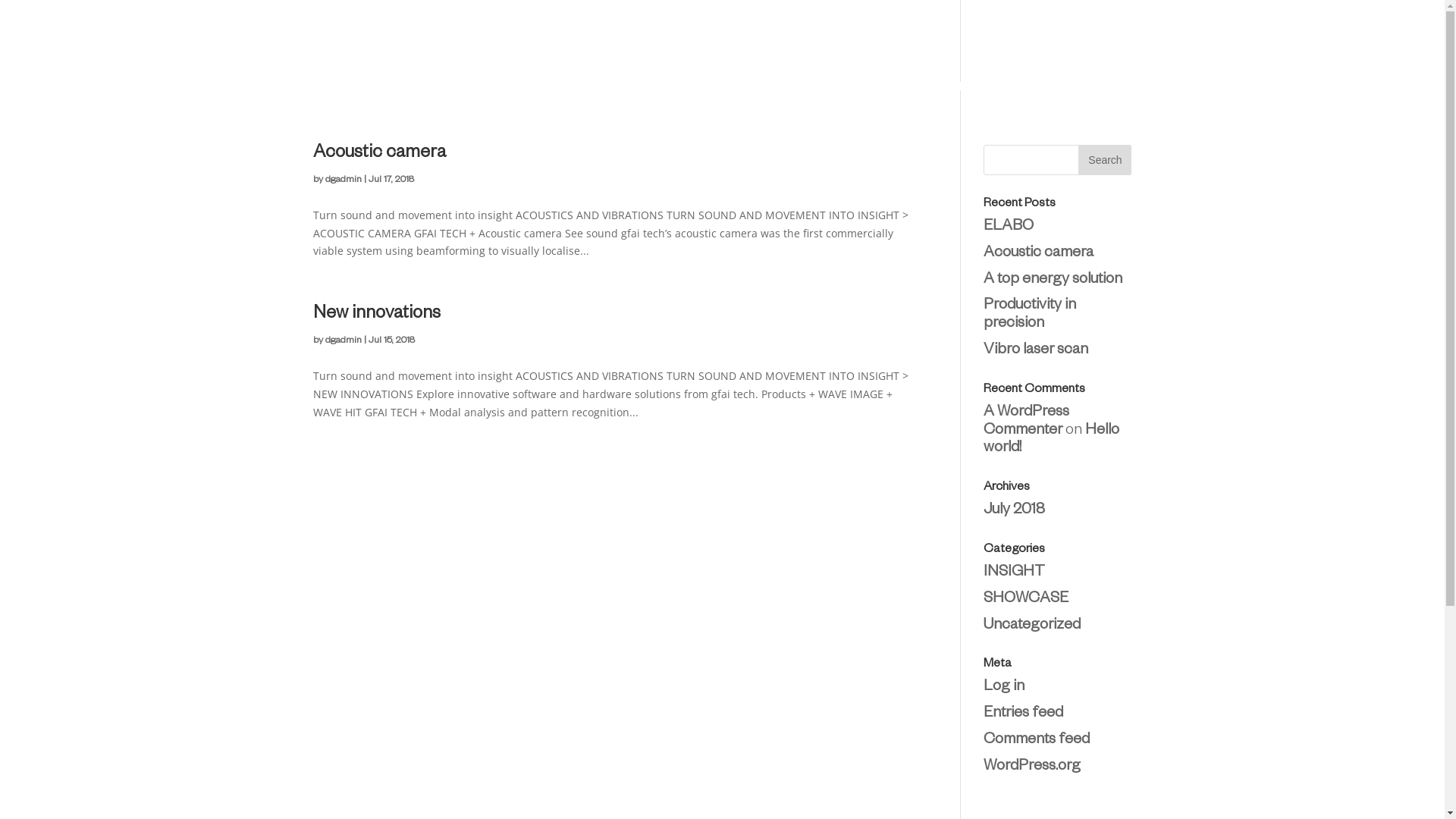  What do you see at coordinates (1050, 441) in the screenshot?
I see `'Hello world!'` at bounding box center [1050, 441].